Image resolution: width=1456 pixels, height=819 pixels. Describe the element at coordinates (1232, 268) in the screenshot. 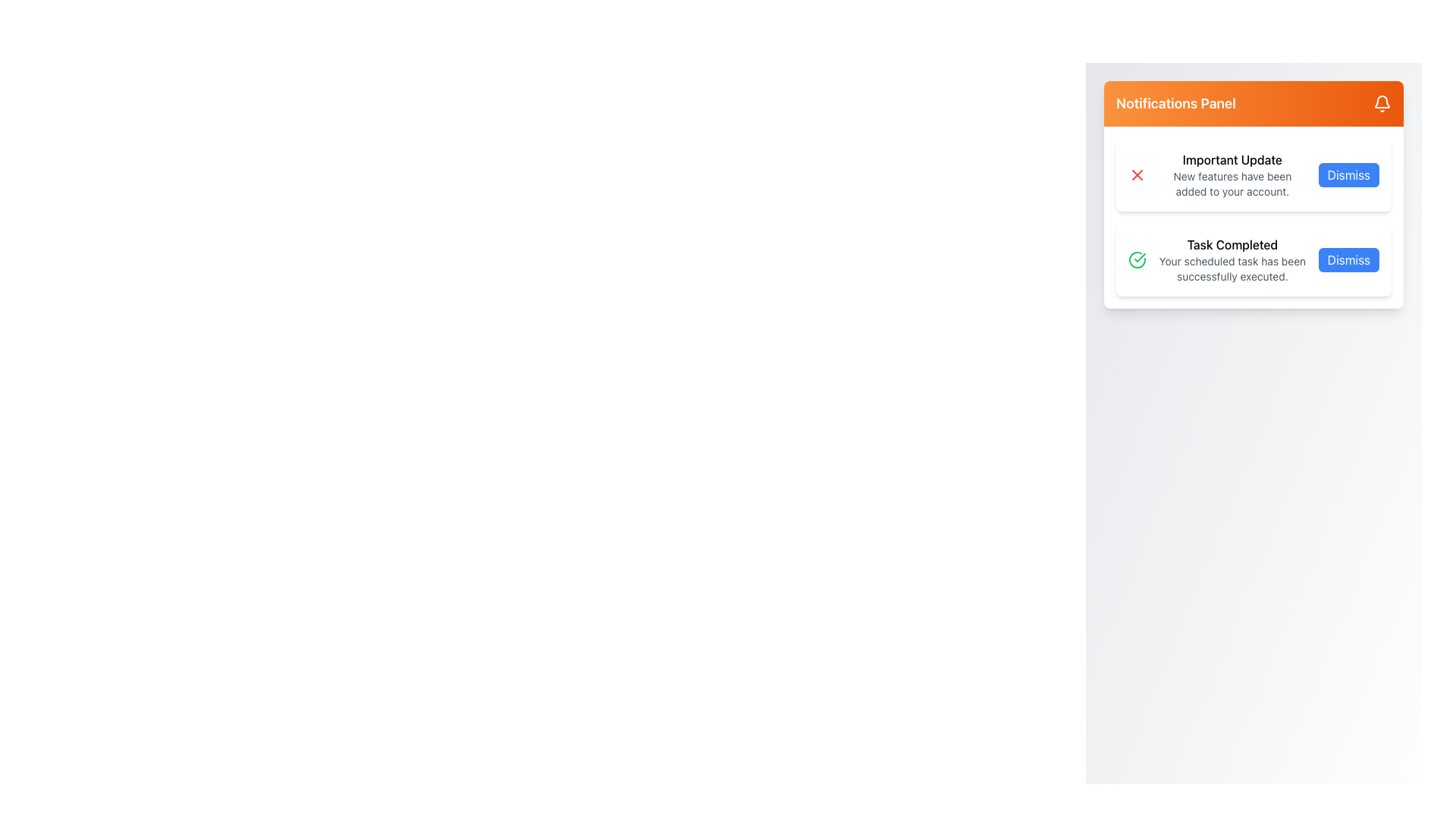

I see `text from the notification label that says, 'Your scheduled task has been successfully executed.' located within the 'Task Completed' notification card` at that location.